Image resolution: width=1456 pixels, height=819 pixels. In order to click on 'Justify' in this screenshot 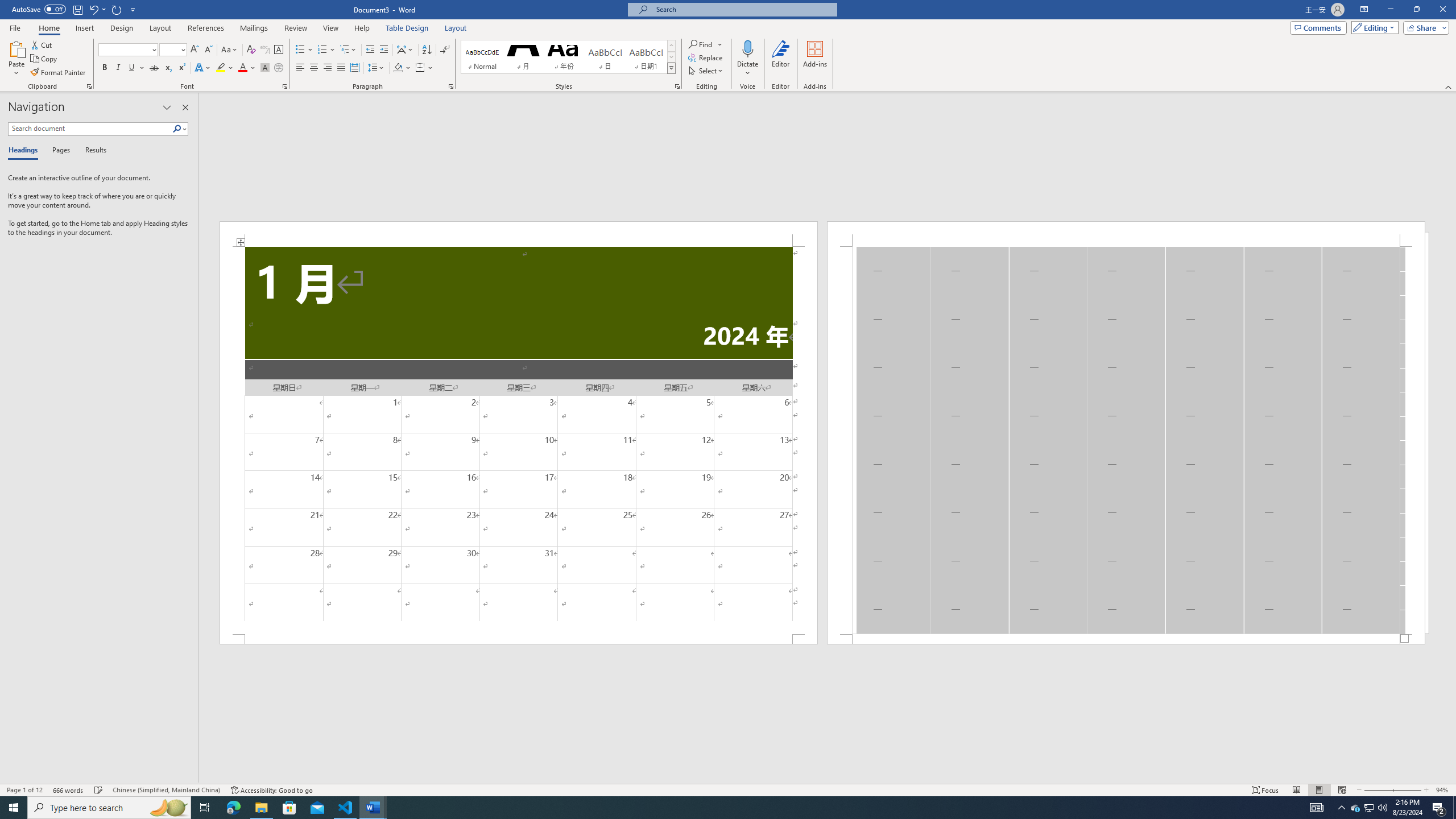, I will do `click(341, 67)`.